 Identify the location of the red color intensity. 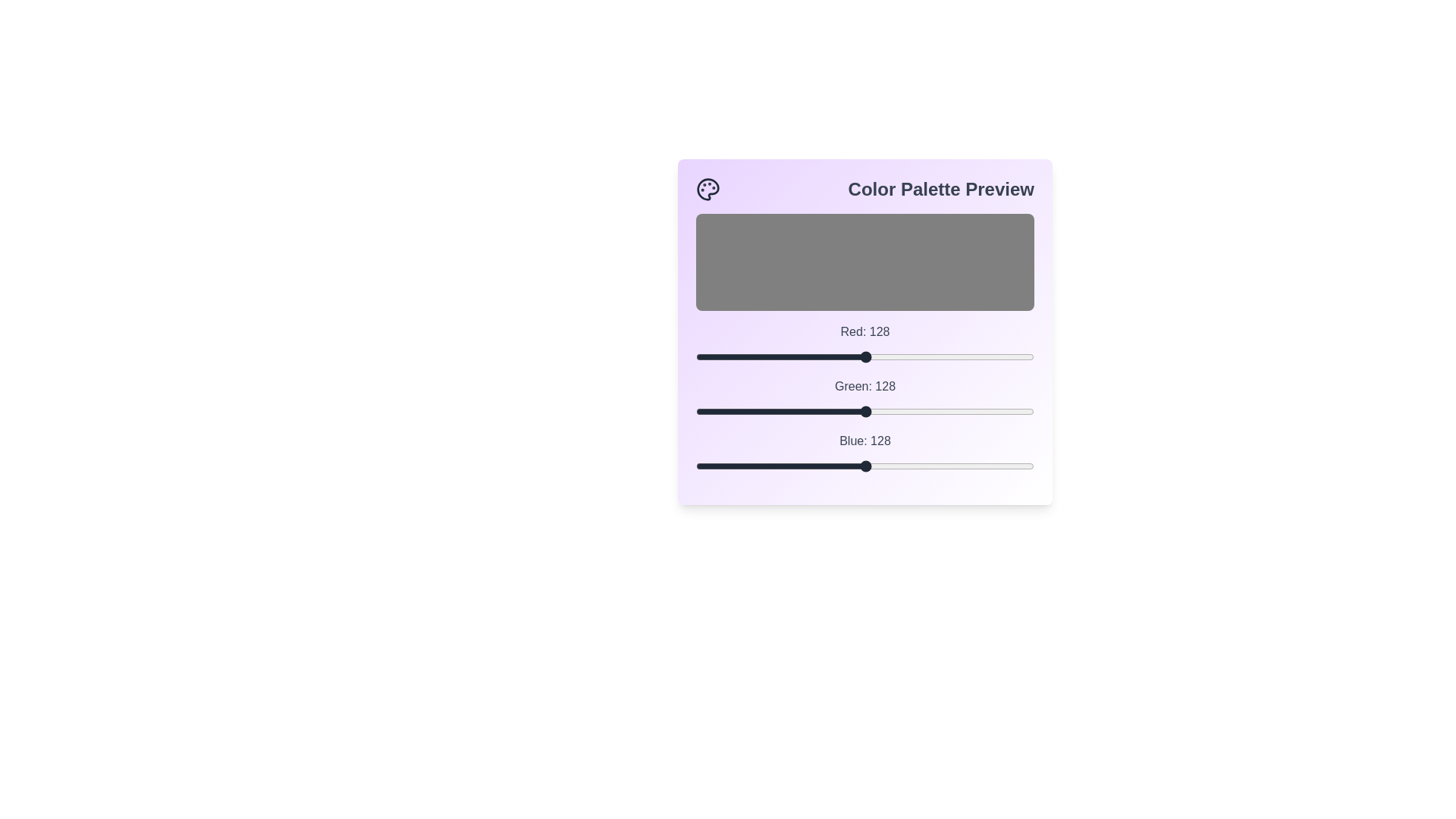
(767, 356).